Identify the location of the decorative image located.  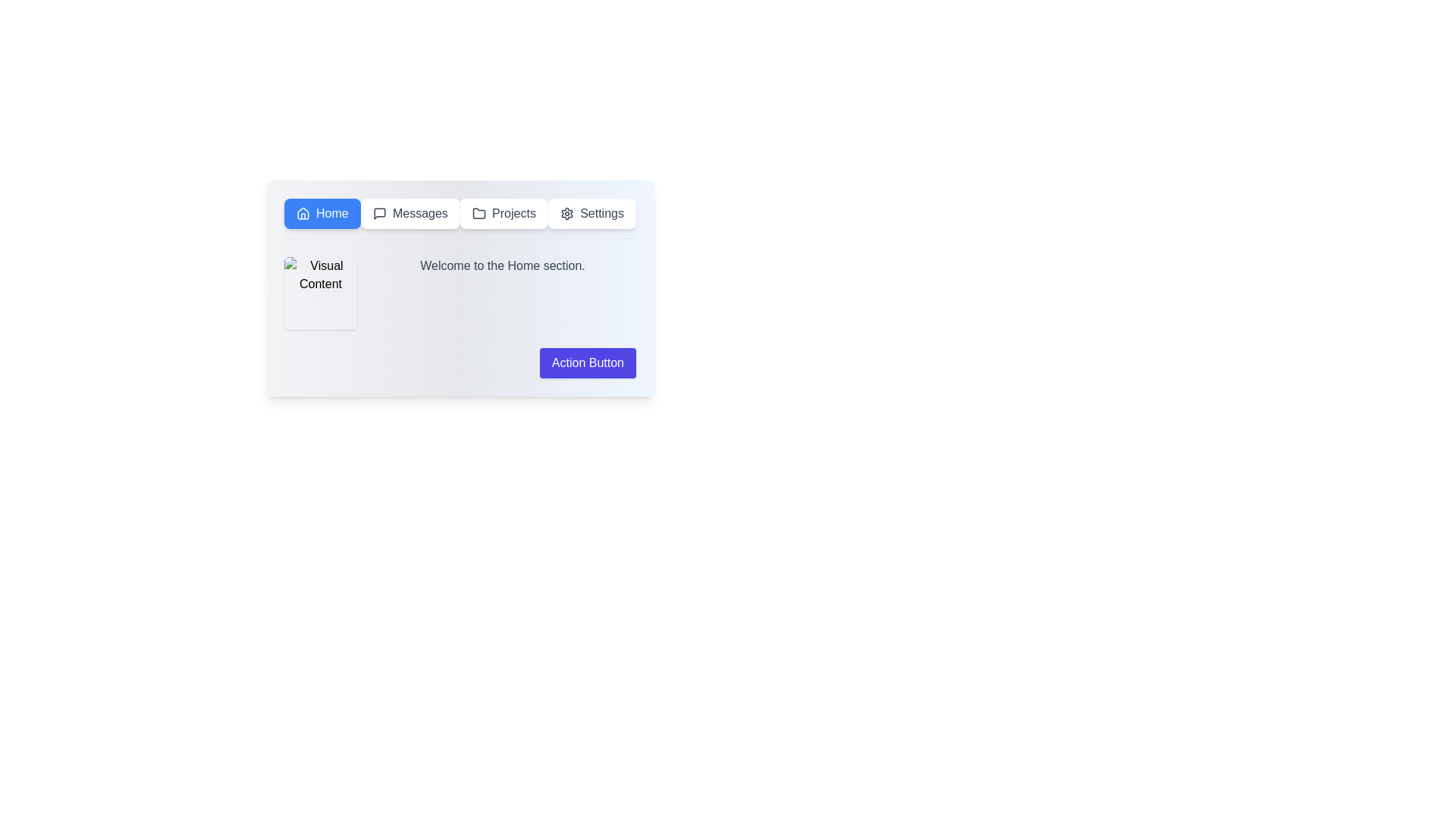
(319, 293).